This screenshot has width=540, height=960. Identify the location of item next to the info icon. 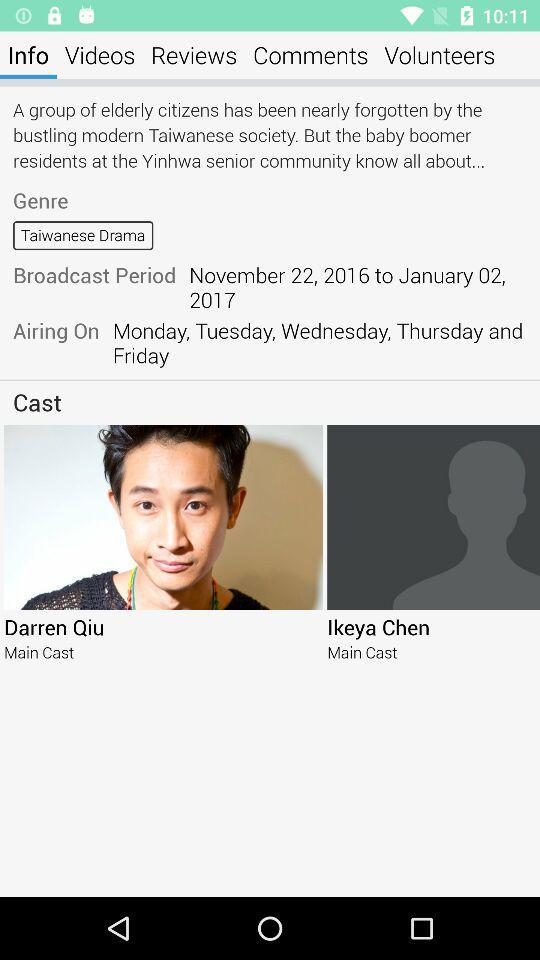
(99, 54).